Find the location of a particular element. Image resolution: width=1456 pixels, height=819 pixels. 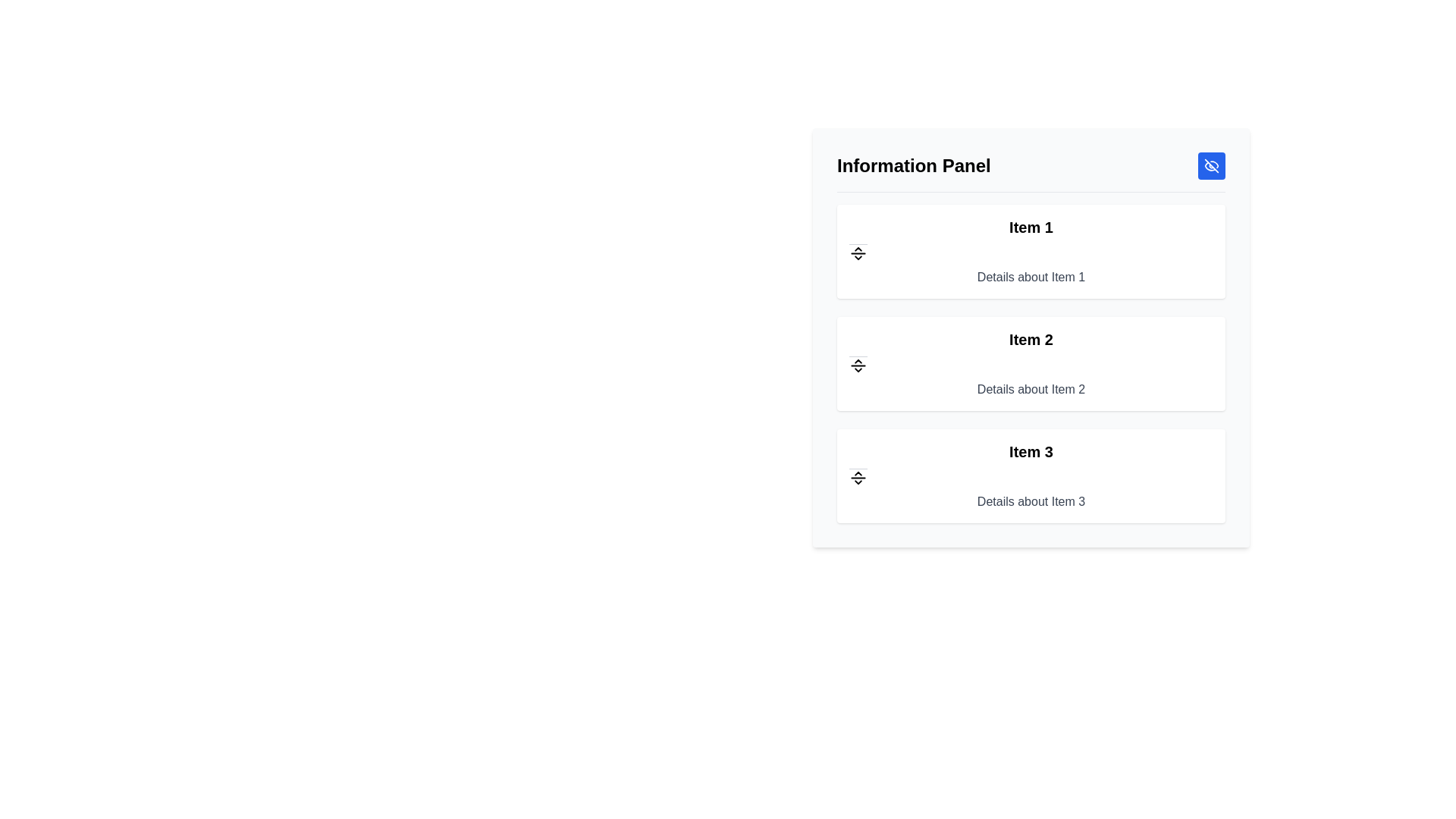

text segment labeled 'Details about Item 1' located in the Information Panel, which is displayed in gray font beneath the title 'Item 1' is located at coordinates (1031, 278).